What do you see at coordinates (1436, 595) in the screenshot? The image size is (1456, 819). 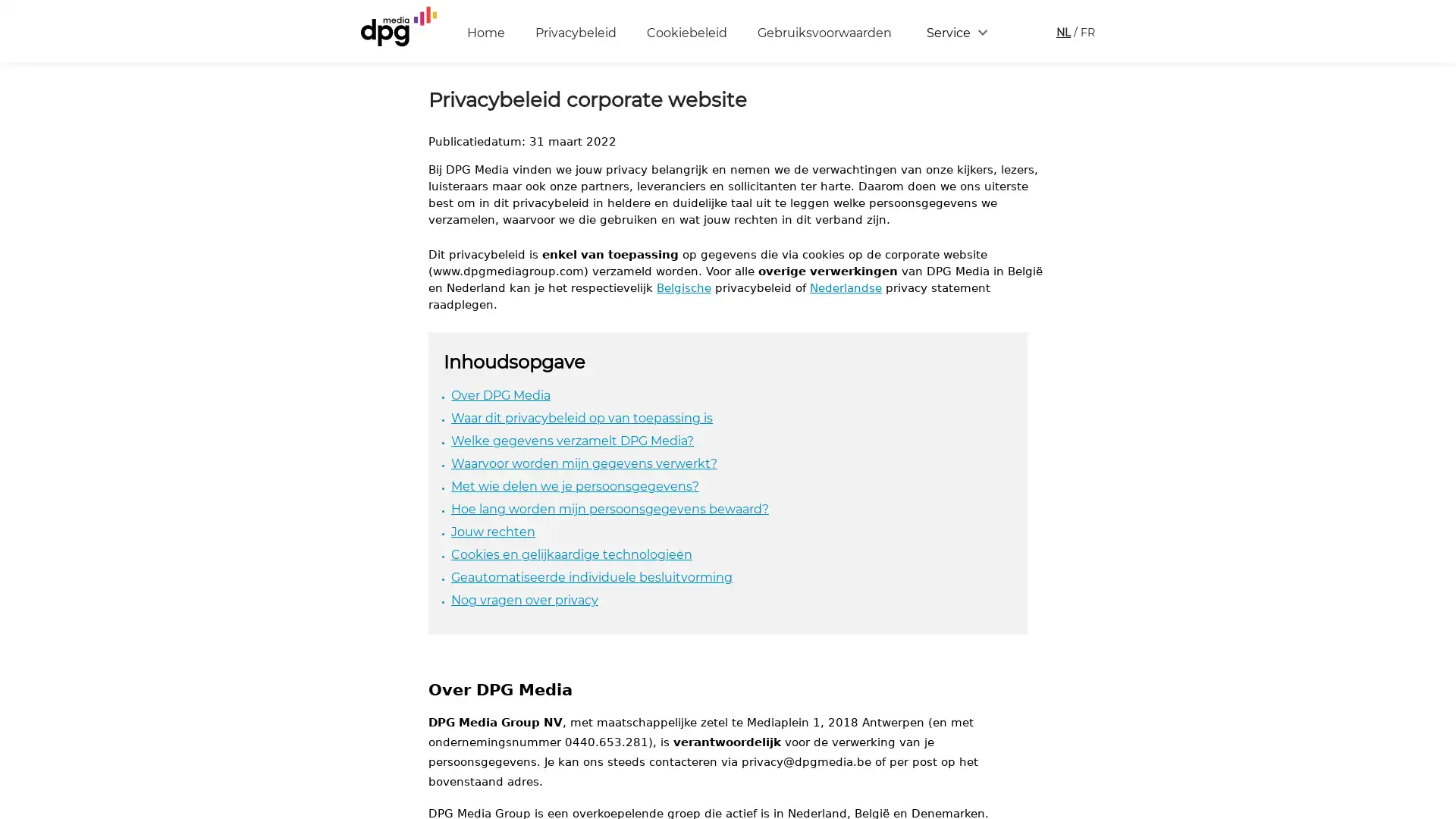 I see `close icon` at bounding box center [1436, 595].